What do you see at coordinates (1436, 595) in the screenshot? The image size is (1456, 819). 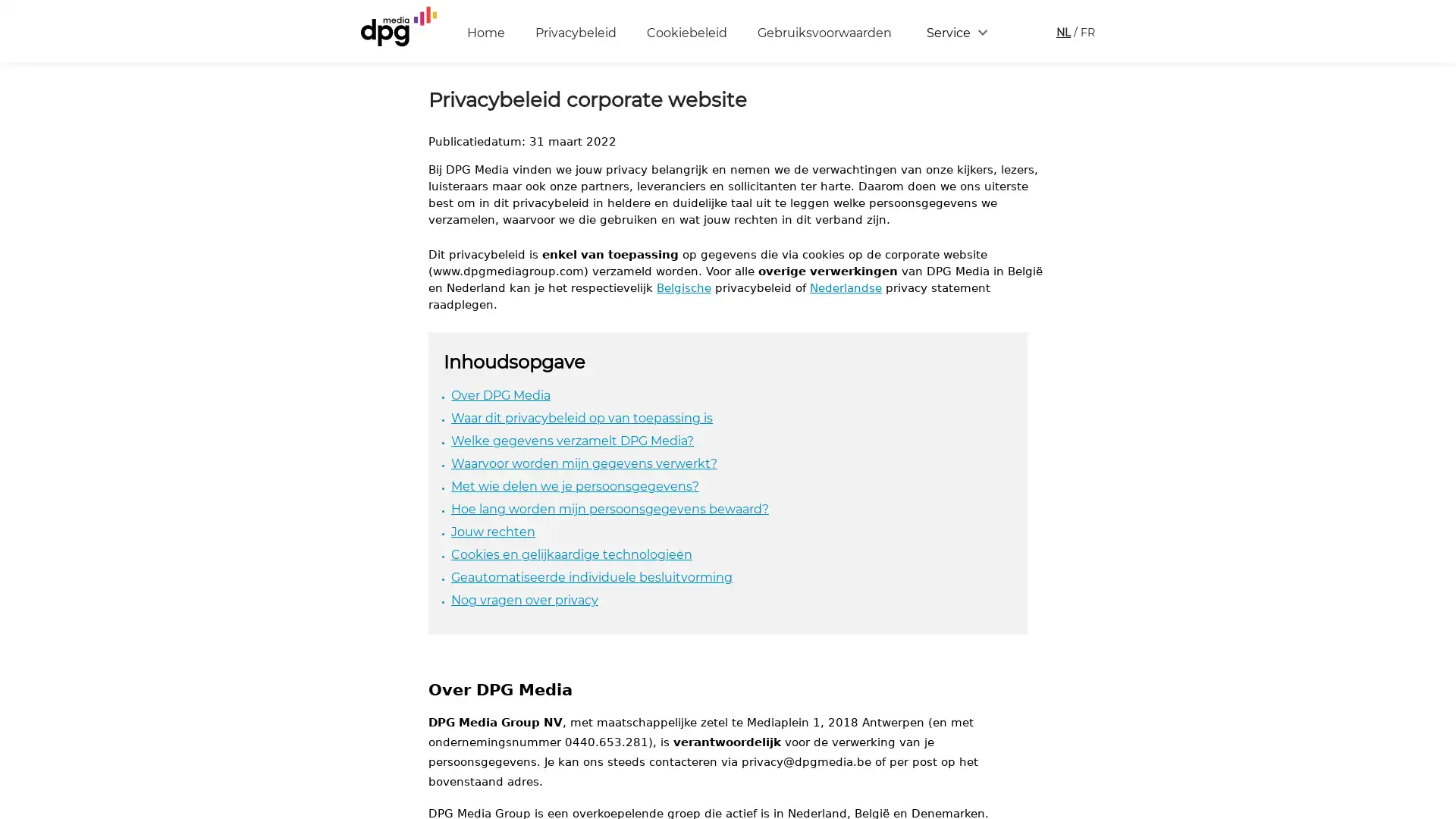 I see `close icon` at bounding box center [1436, 595].